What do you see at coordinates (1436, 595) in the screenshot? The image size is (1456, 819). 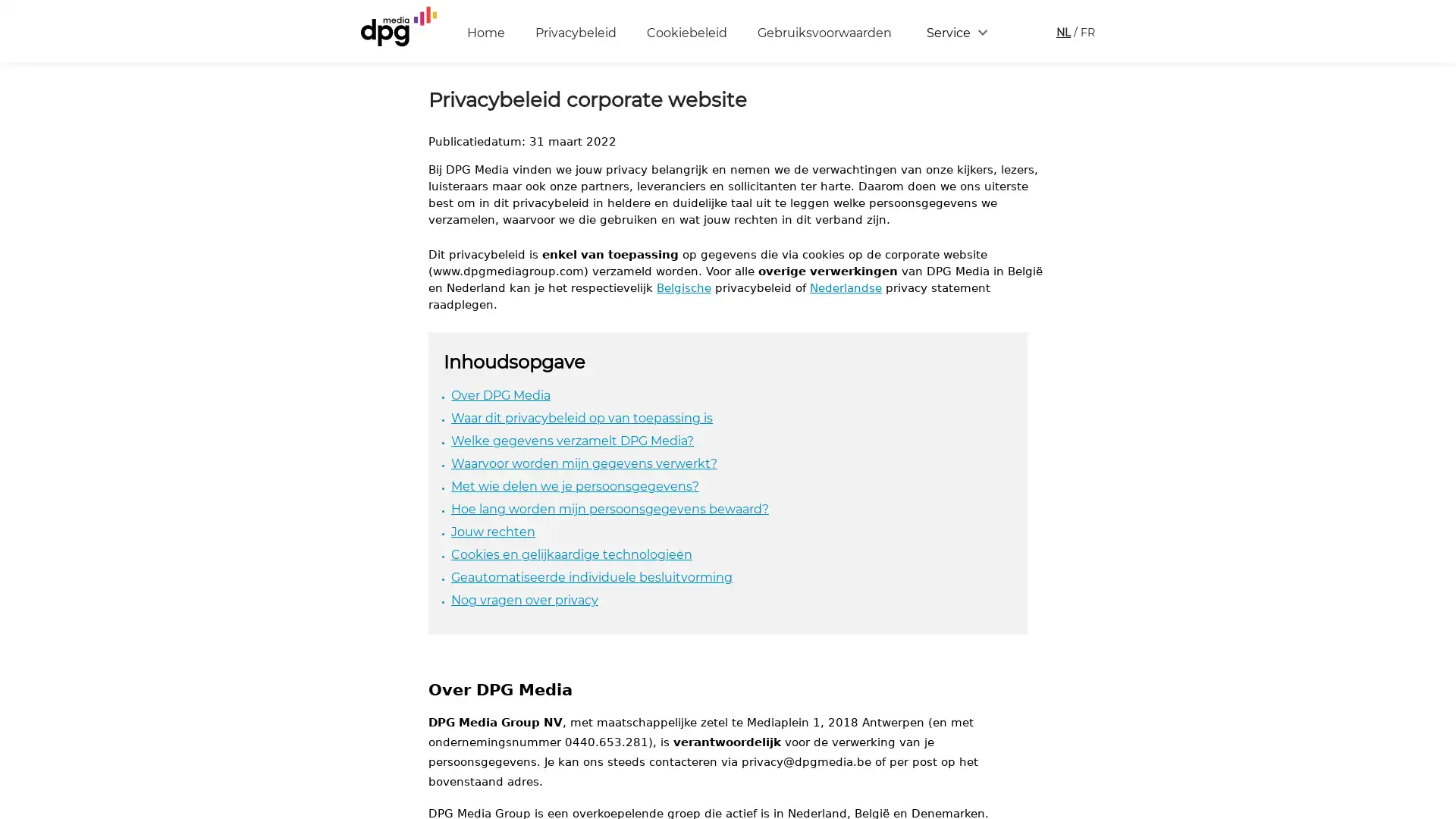 I see `close icon` at bounding box center [1436, 595].